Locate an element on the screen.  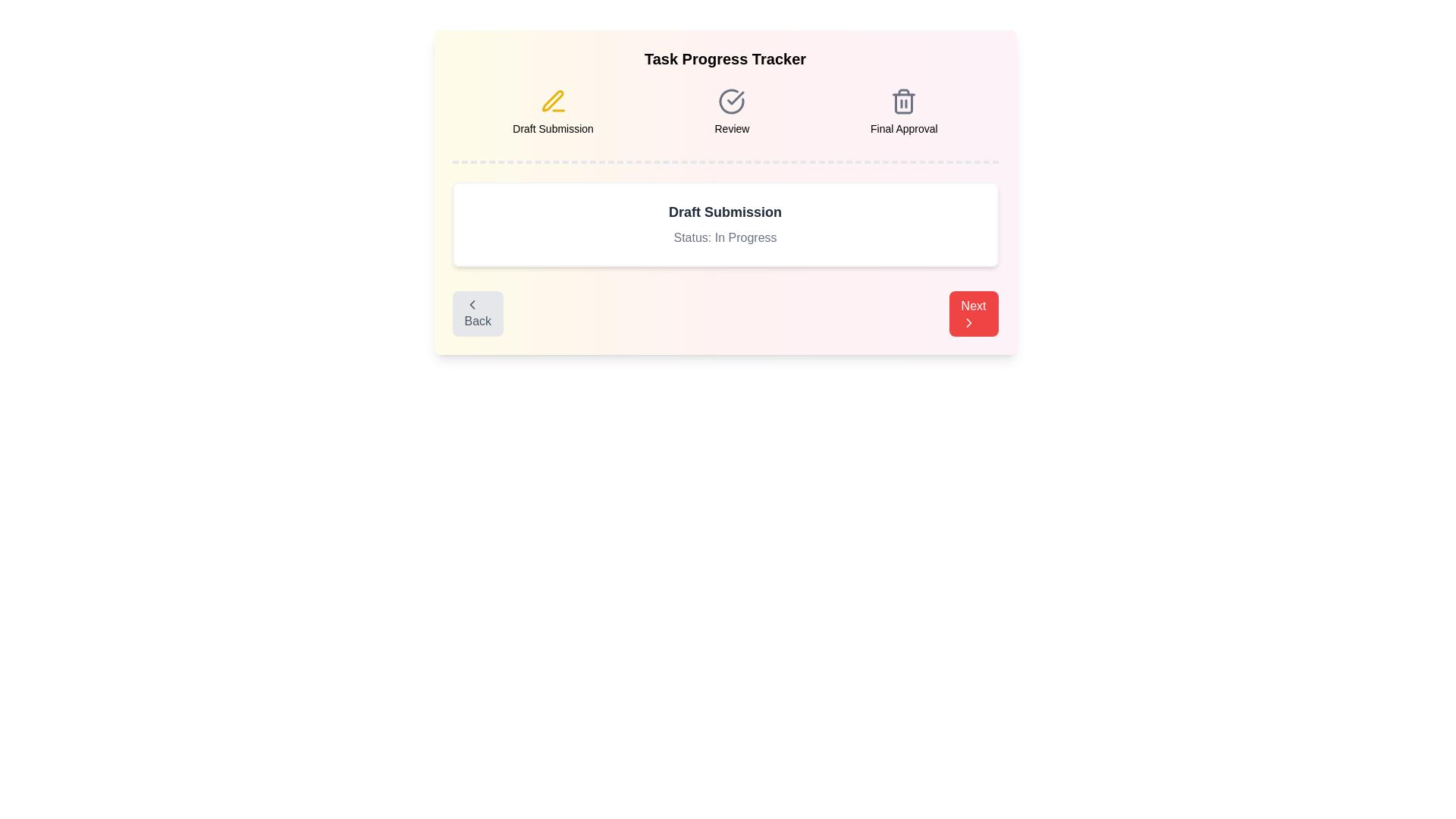
the task icon for Review to reveal additional information is located at coordinates (732, 102).